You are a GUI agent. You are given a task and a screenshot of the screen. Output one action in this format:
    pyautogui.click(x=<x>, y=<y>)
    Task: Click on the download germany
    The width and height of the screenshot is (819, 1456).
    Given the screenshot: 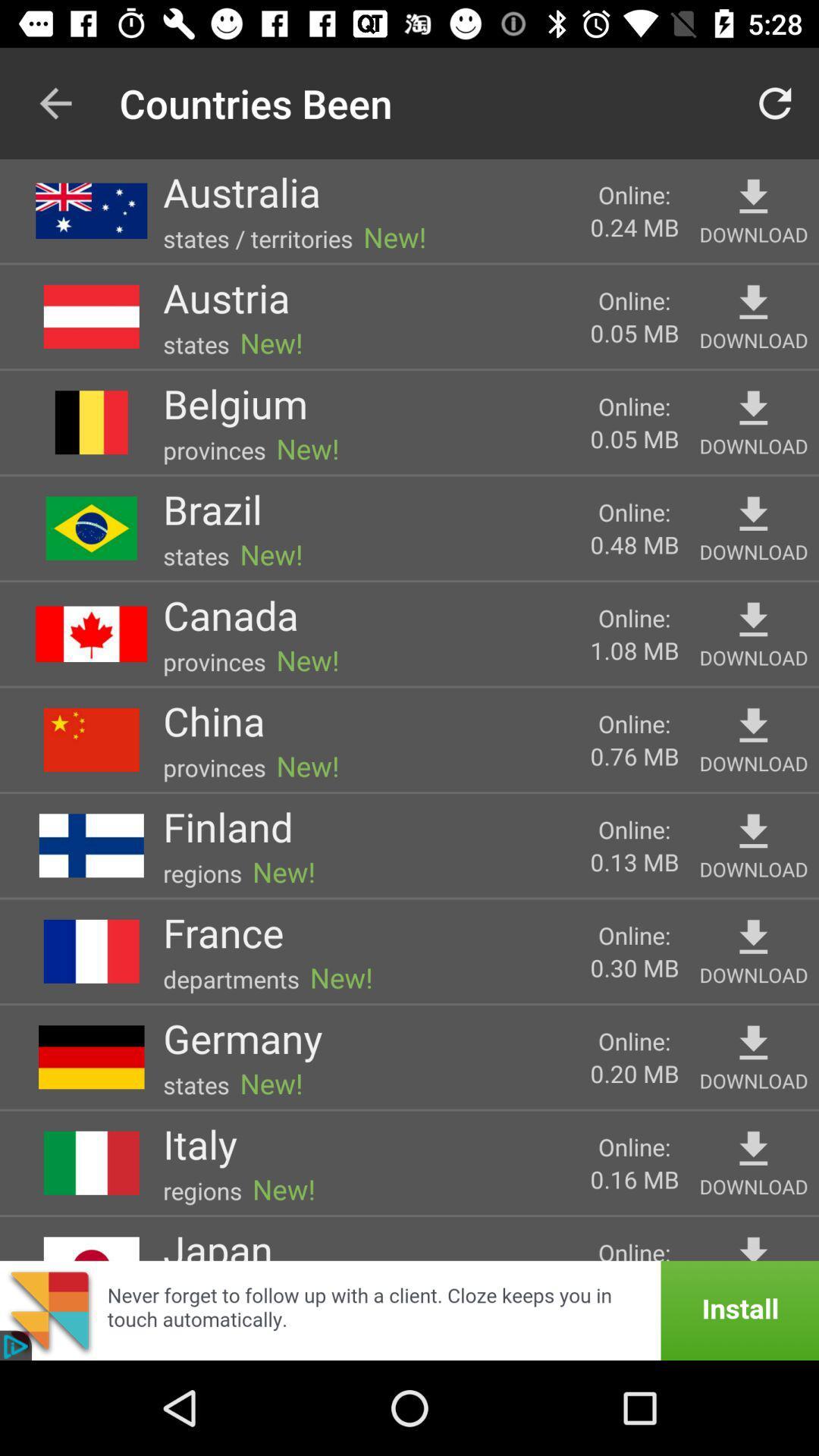 What is the action you would take?
    pyautogui.click(x=753, y=1043)
    